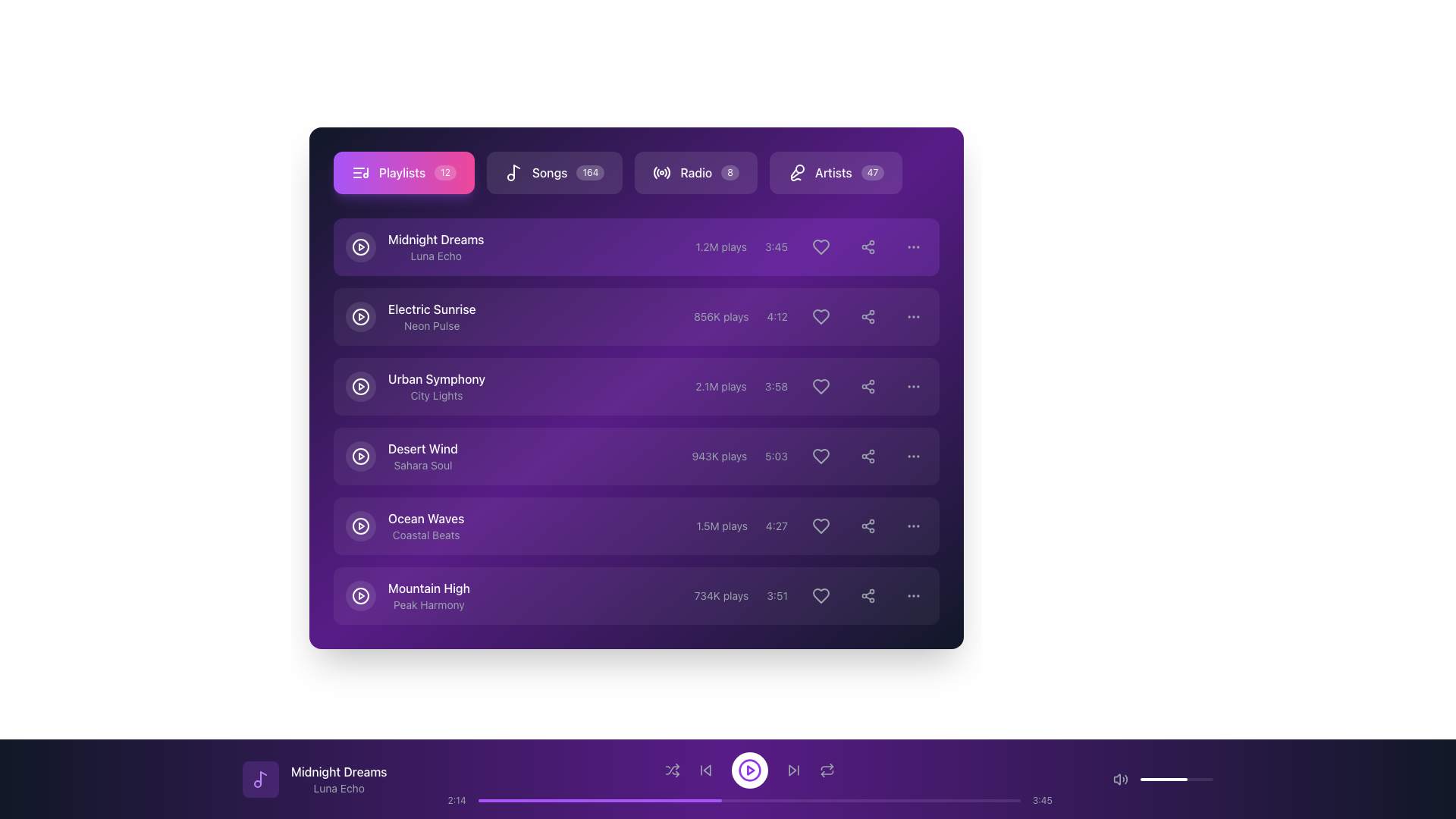 The height and width of the screenshot is (819, 1456). What do you see at coordinates (750, 770) in the screenshot?
I see `the primary media playback control button, which toggles between play and pause states, located at the center of the playback controls section` at bounding box center [750, 770].